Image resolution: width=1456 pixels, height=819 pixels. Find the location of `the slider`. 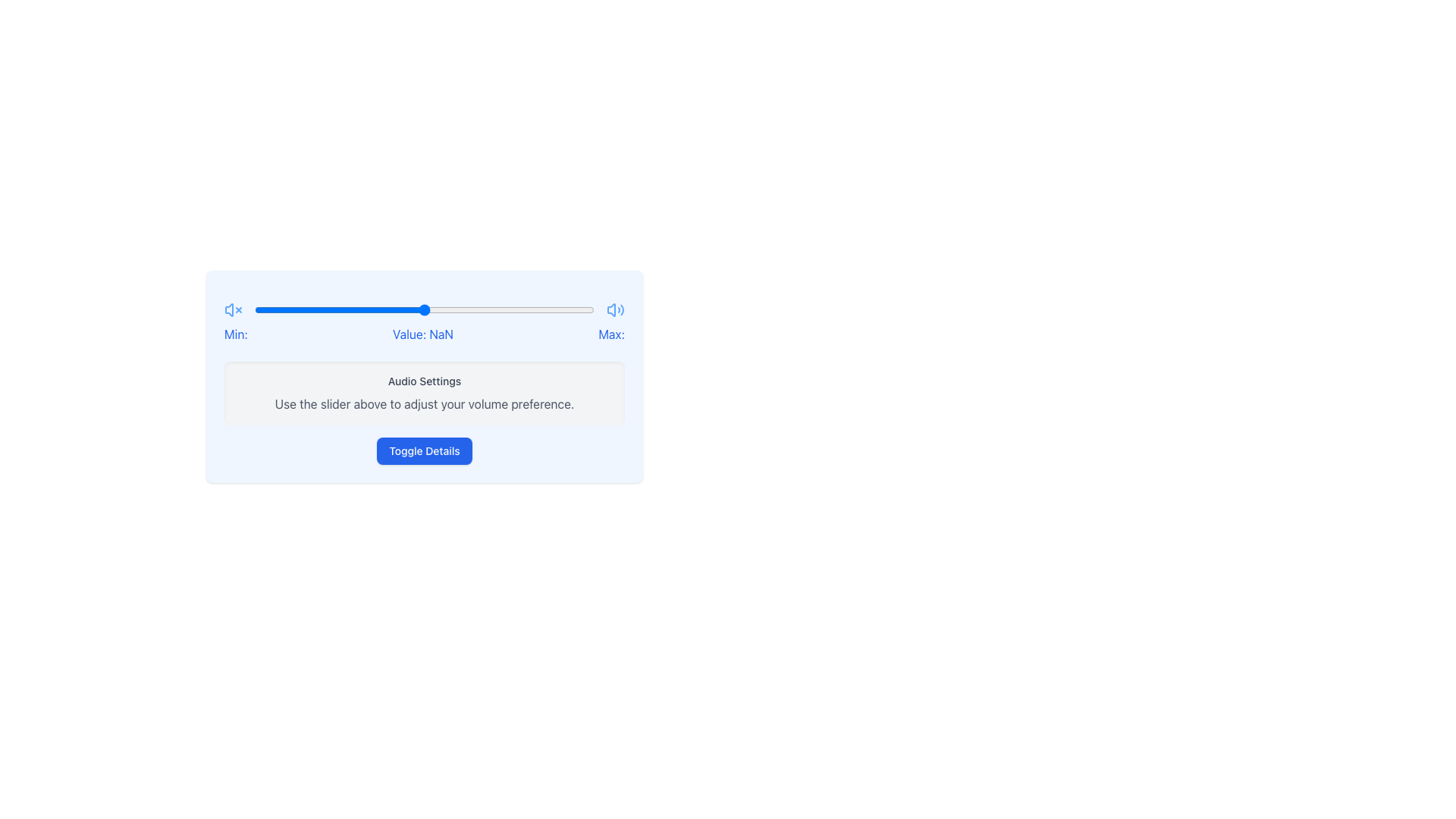

the slider is located at coordinates (411, 309).